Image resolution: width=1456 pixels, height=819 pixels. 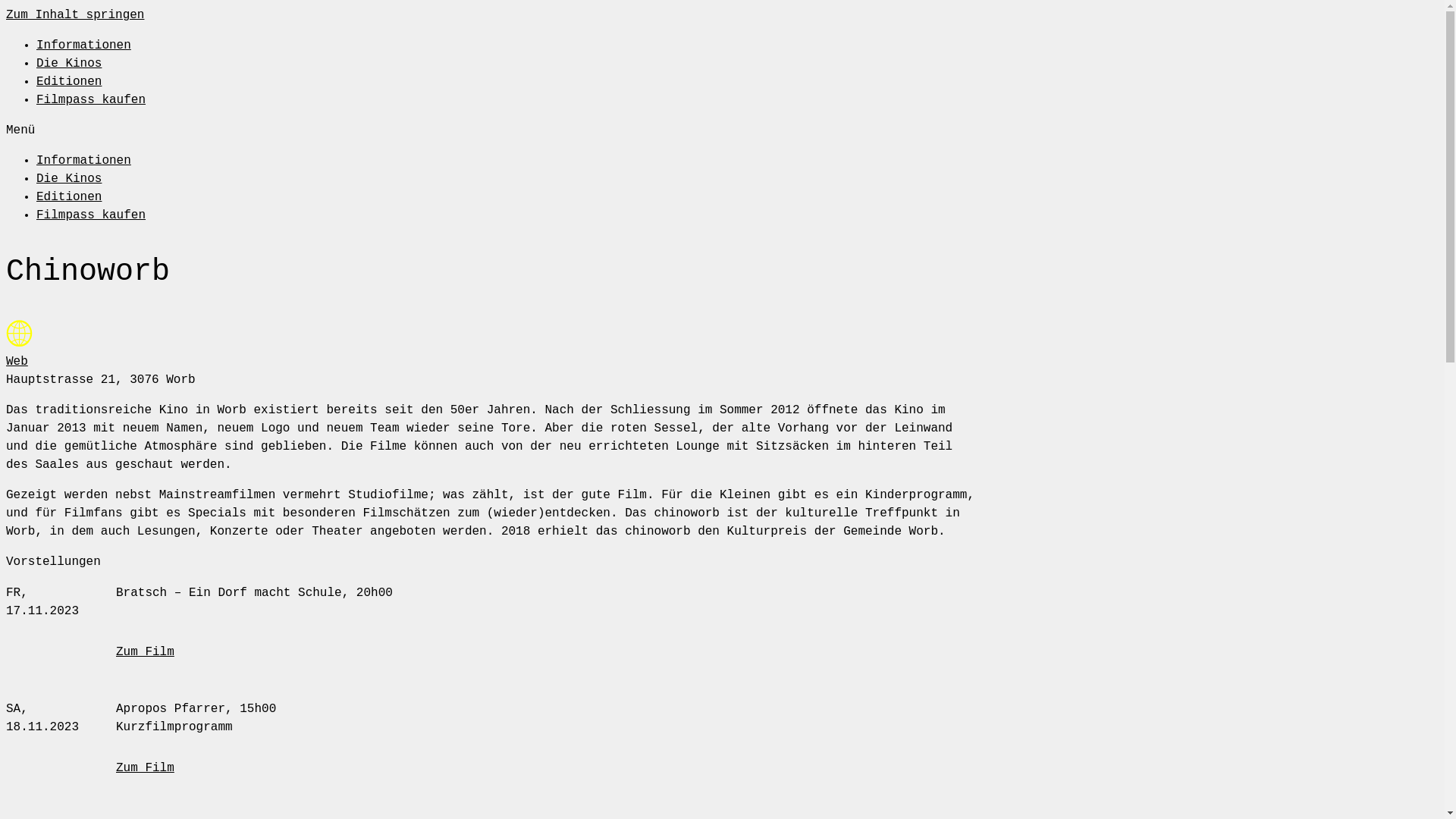 I want to click on 'Zum Film', so click(x=145, y=768).